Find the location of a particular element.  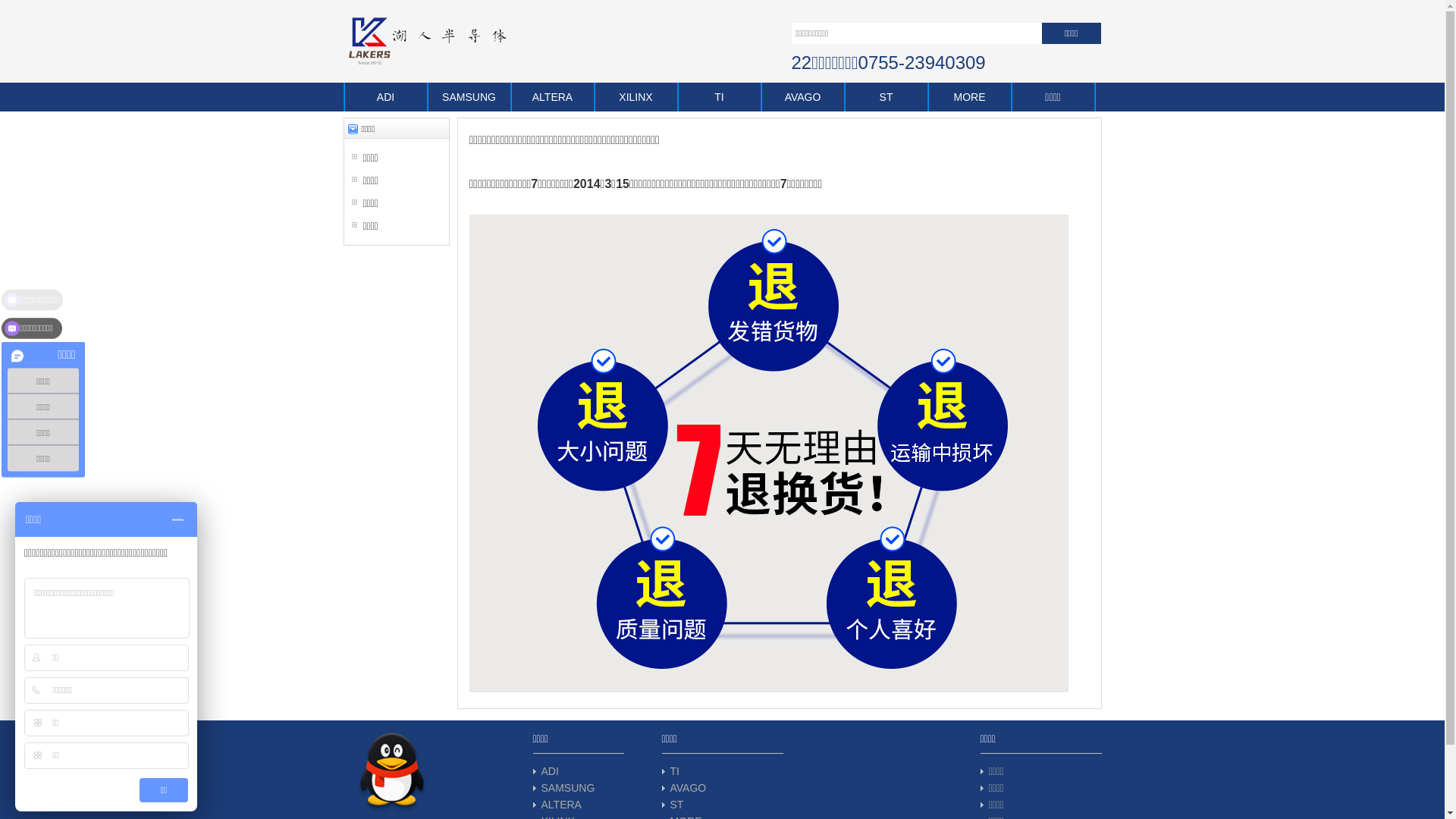

'ALTERA' is located at coordinates (510, 96).